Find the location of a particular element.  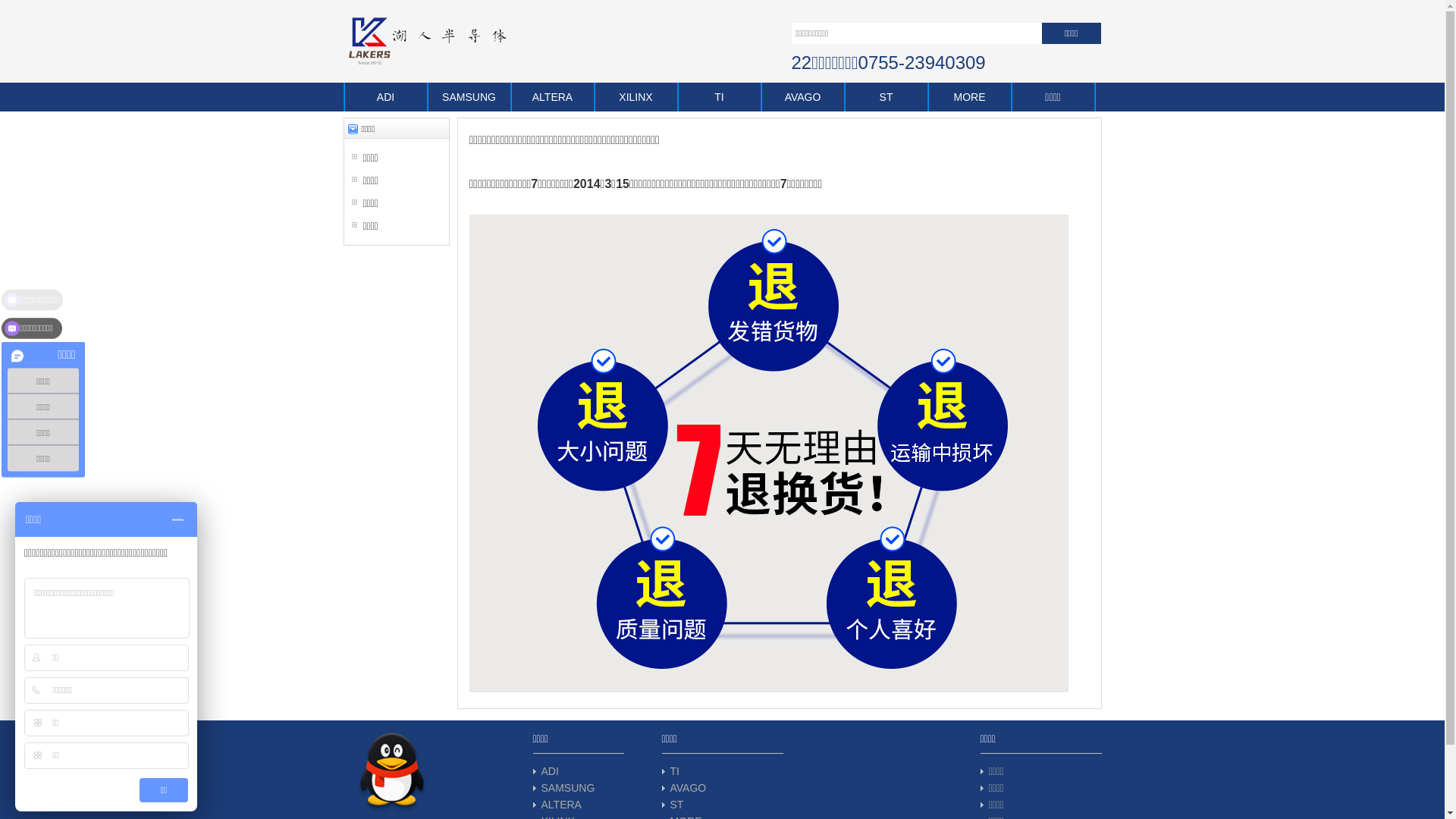

'ALTERA' is located at coordinates (510, 96).